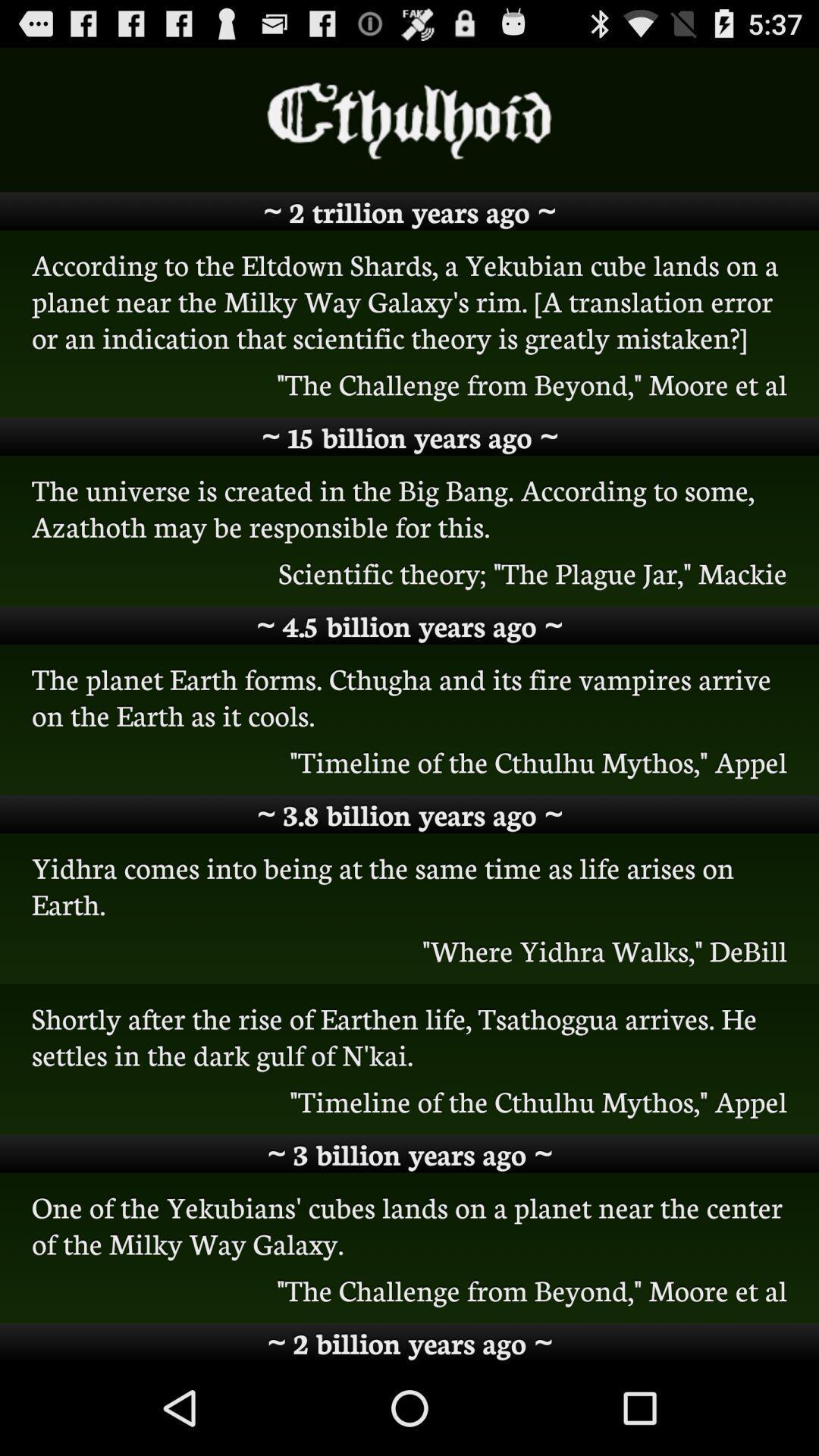 Image resolution: width=819 pixels, height=1456 pixels. I want to click on the scientific theory the icon, so click(409, 572).